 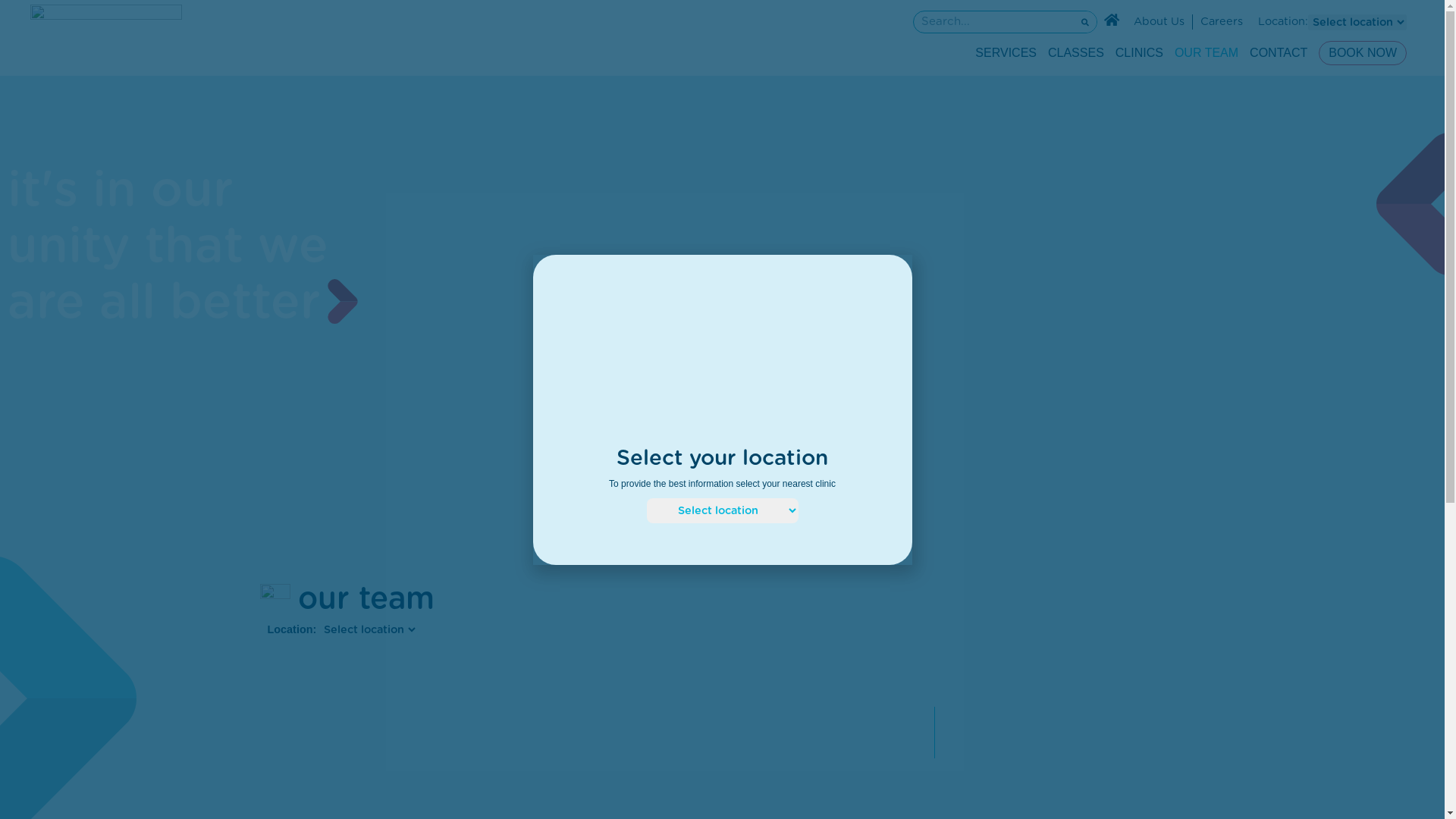 I want to click on 'BOOK NOW', so click(x=1362, y=52).